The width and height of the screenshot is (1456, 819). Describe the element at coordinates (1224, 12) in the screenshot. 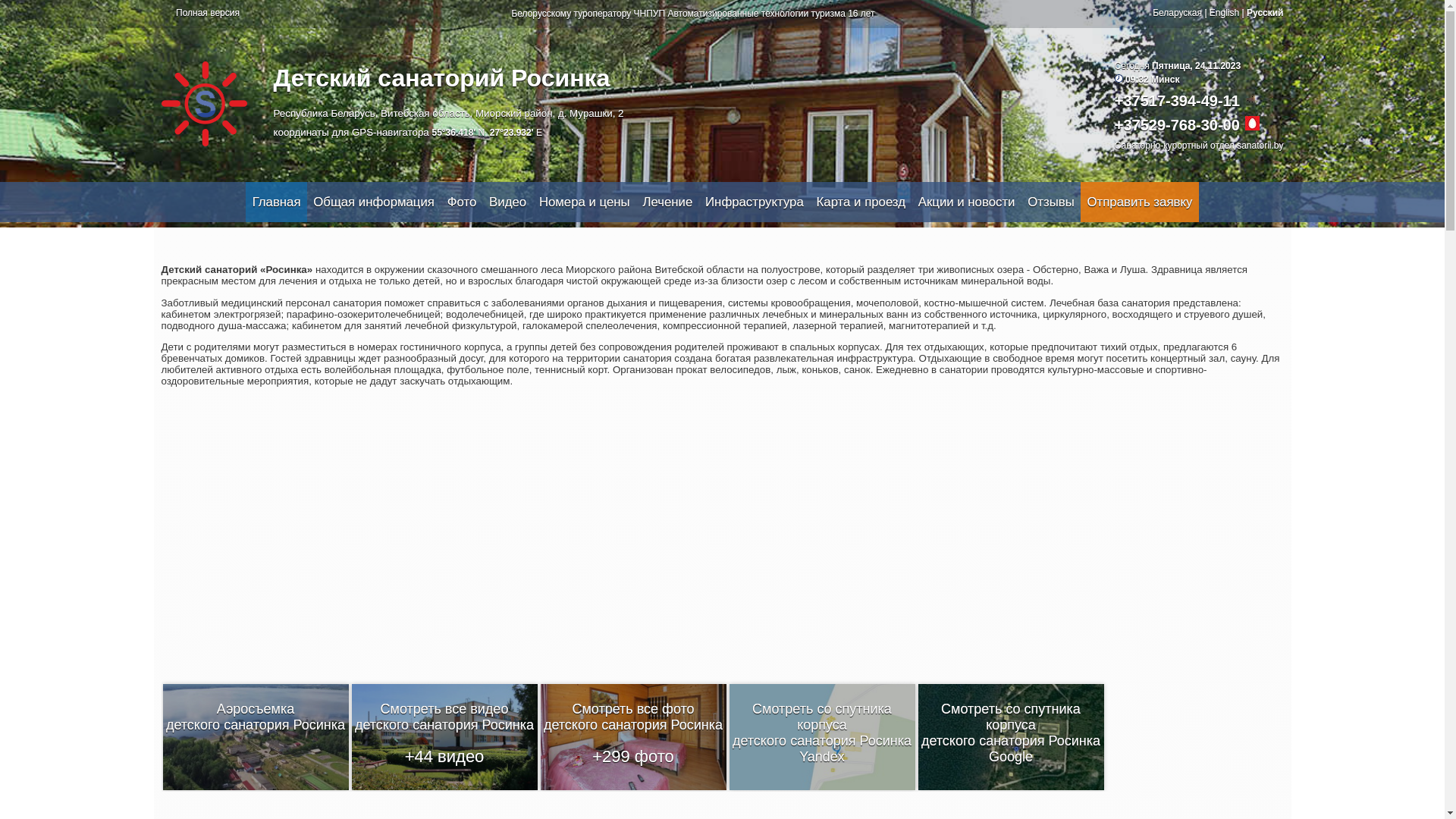

I see `'English'` at that location.